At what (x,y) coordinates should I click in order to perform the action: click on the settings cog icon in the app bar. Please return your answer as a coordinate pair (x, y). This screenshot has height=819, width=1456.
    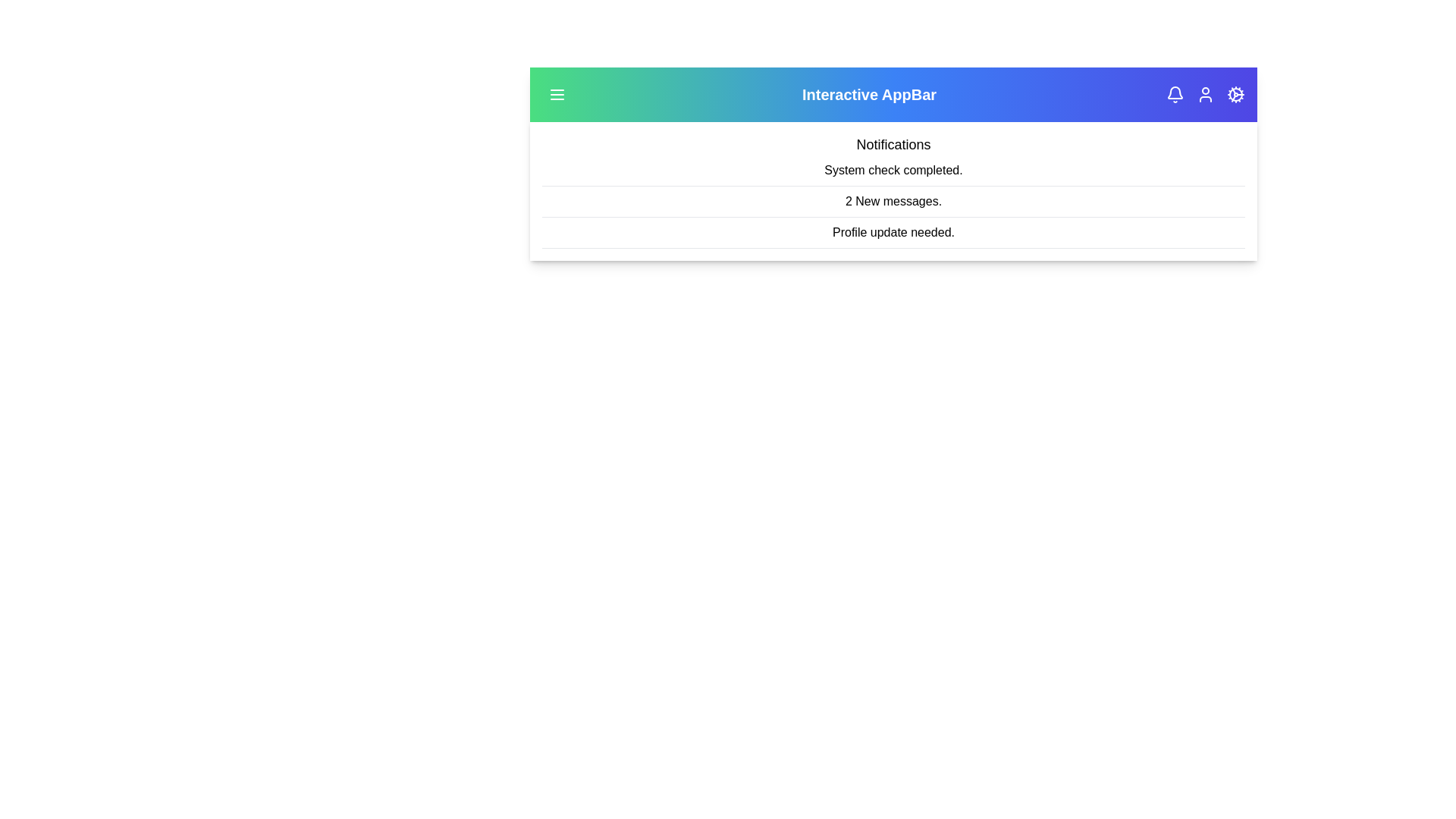
    Looking at the image, I should click on (1236, 94).